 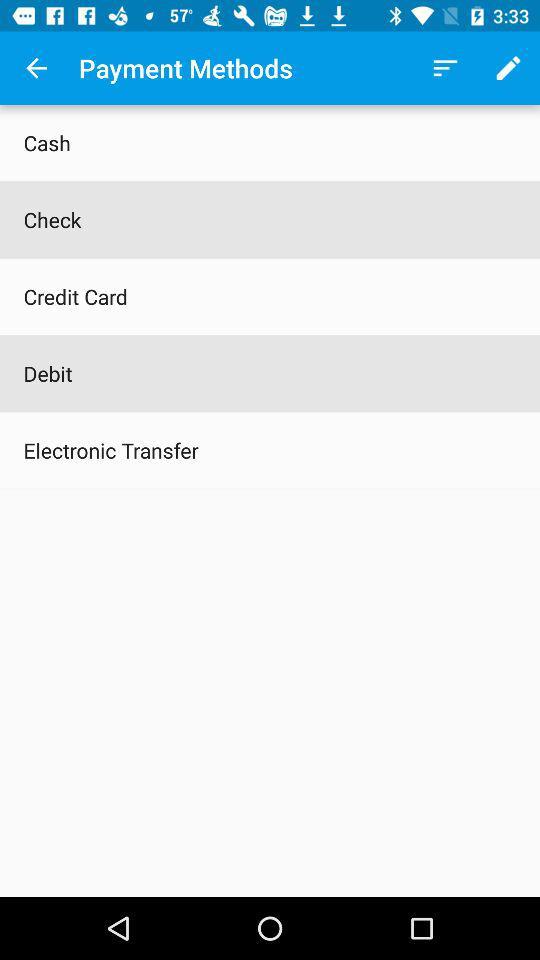 I want to click on the app to the right of payment methods, so click(x=445, y=68).